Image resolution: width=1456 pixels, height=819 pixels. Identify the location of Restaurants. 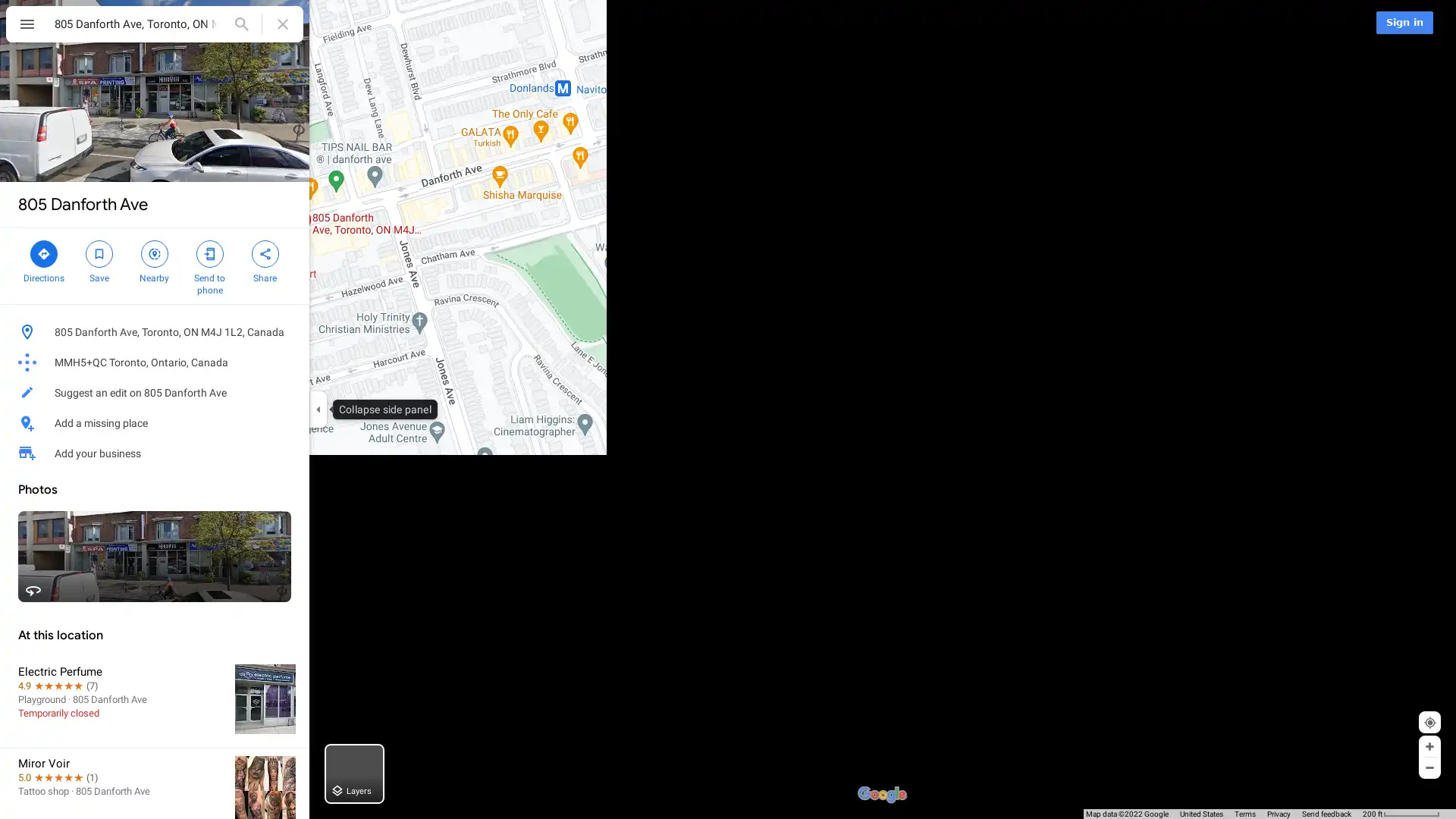
(360, 24).